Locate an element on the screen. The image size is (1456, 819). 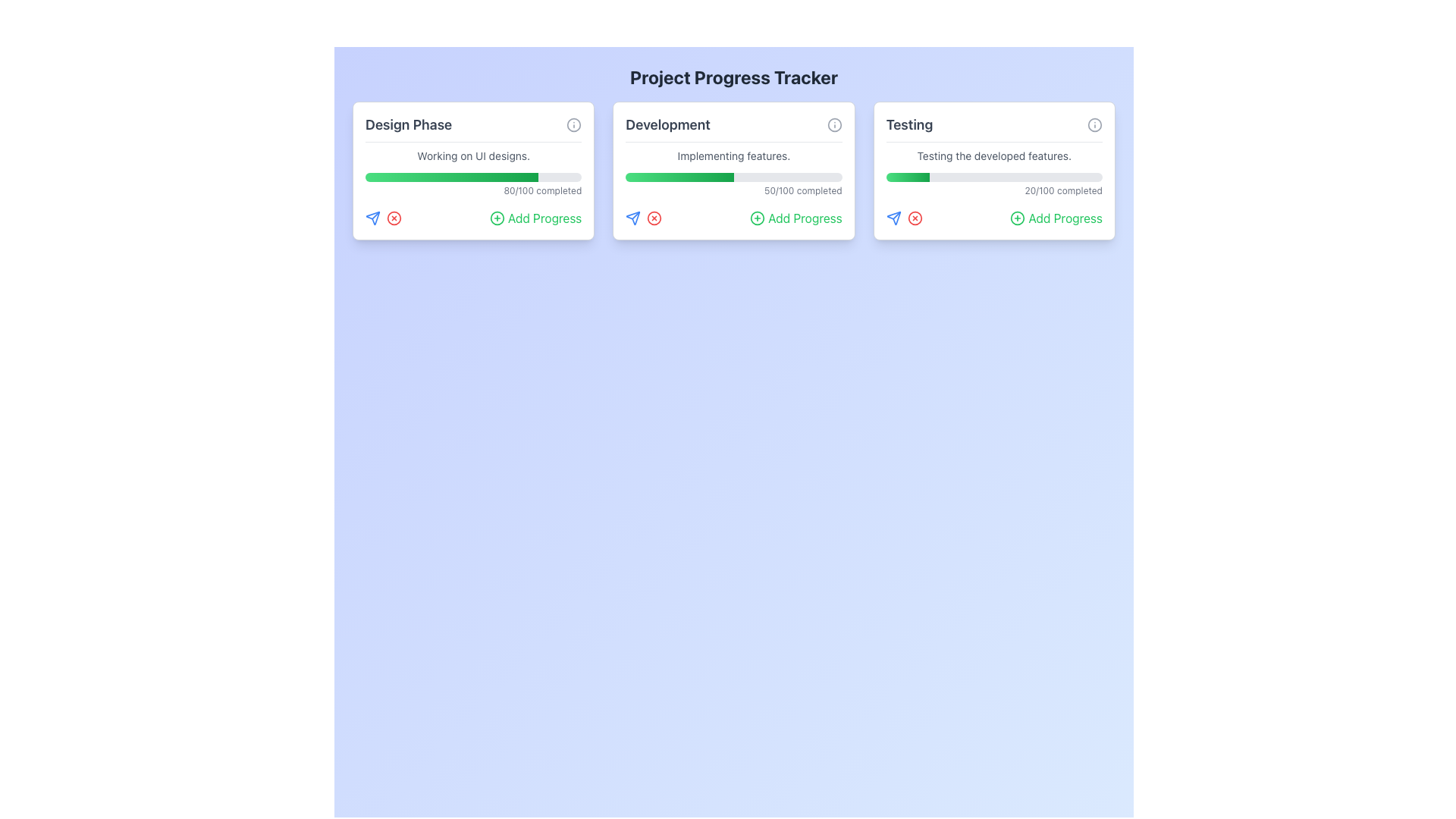
the delete icon located at the bottom-left side of the 'Design Phase' card is located at coordinates (394, 218).